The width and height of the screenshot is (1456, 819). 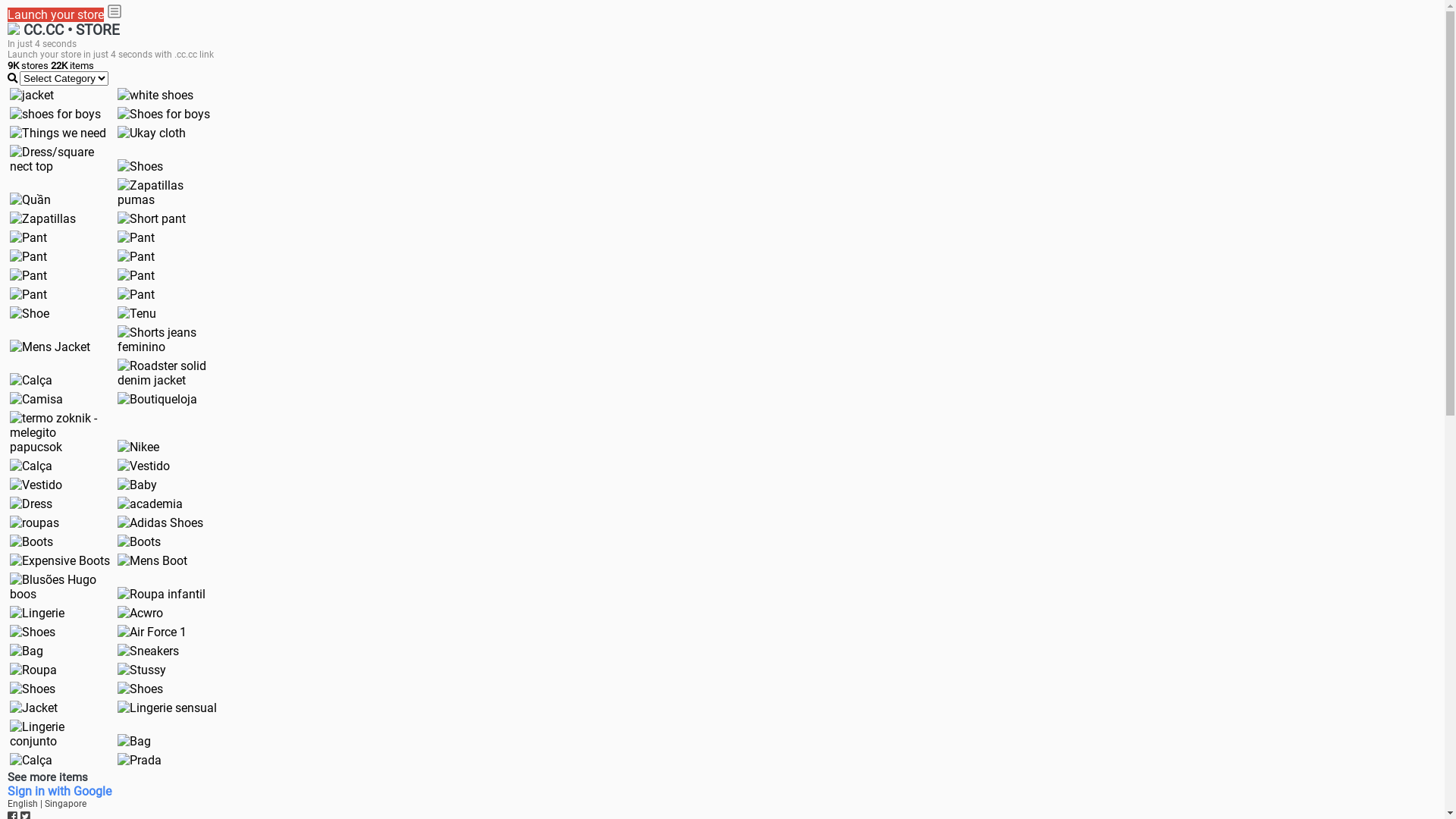 I want to click on 'Lingerie', so click(x=36, y=612).